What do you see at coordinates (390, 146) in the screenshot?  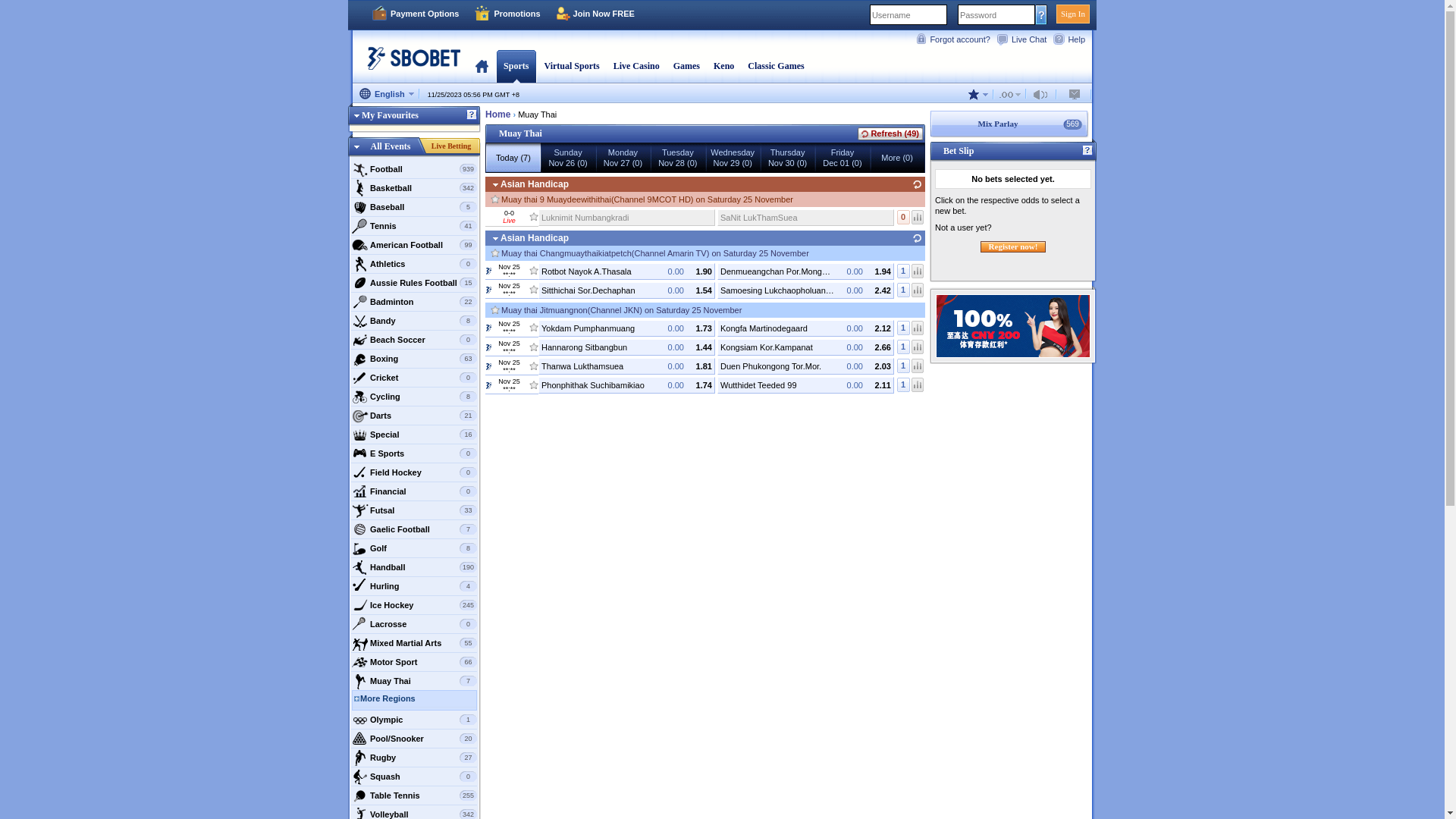 I see `'All Events'` at bounding box center [390, 146].